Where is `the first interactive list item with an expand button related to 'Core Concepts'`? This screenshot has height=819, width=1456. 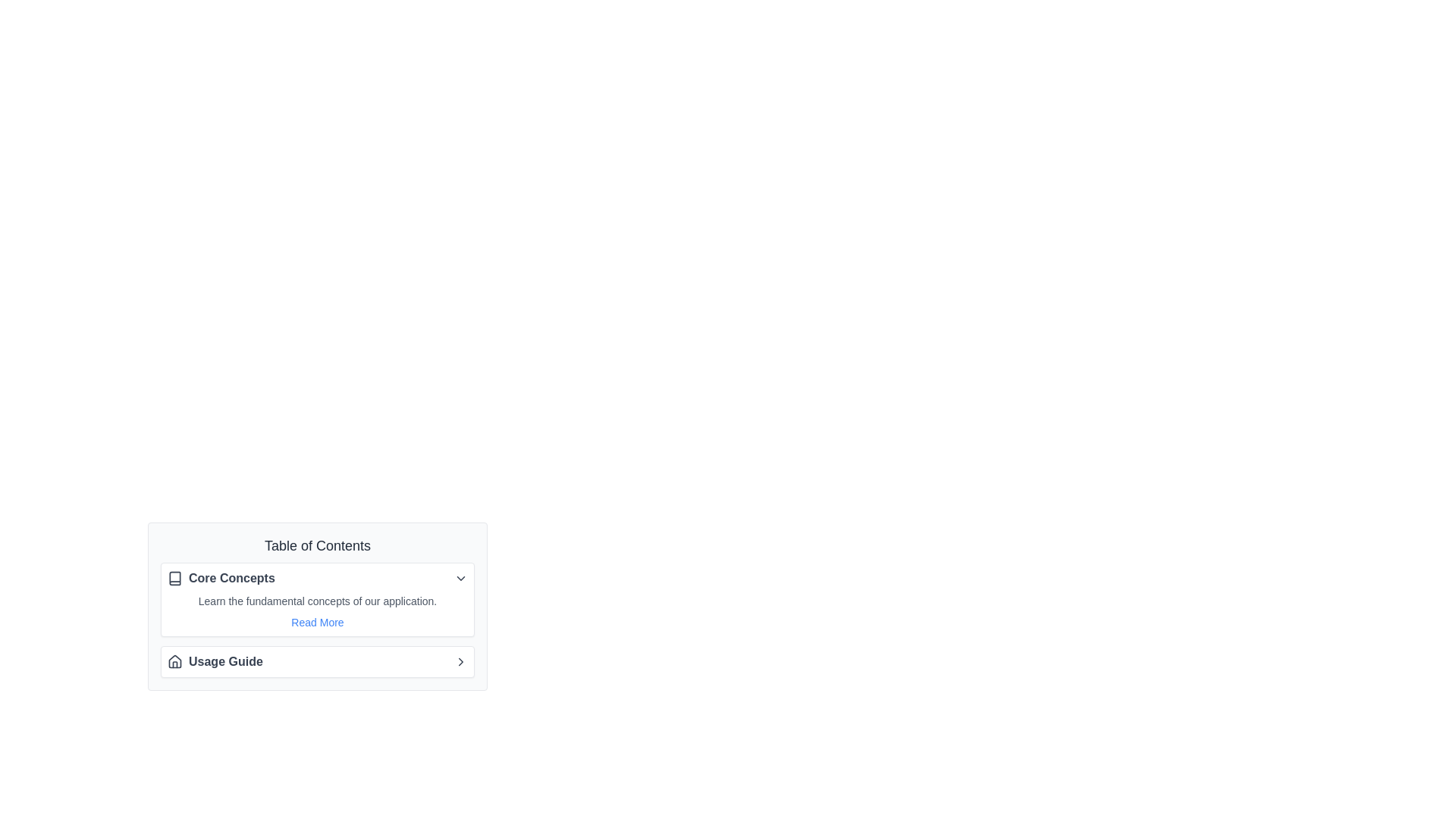 the first interactive list item with an expand button related to 'Core Concepts' is located at coordinates (316, 579).